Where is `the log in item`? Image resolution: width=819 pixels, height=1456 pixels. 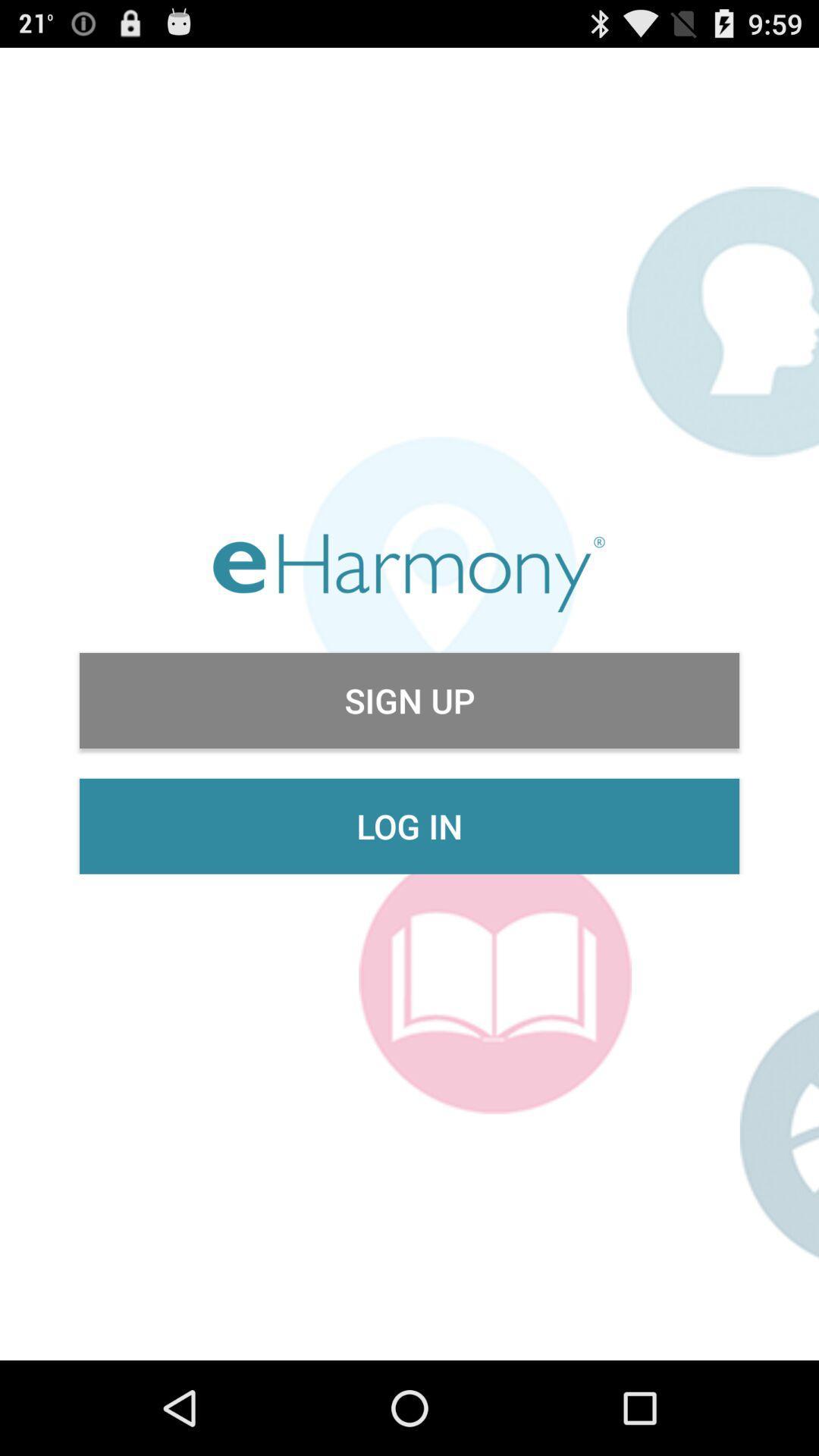
the log in item is located at coordinates (409, 825).